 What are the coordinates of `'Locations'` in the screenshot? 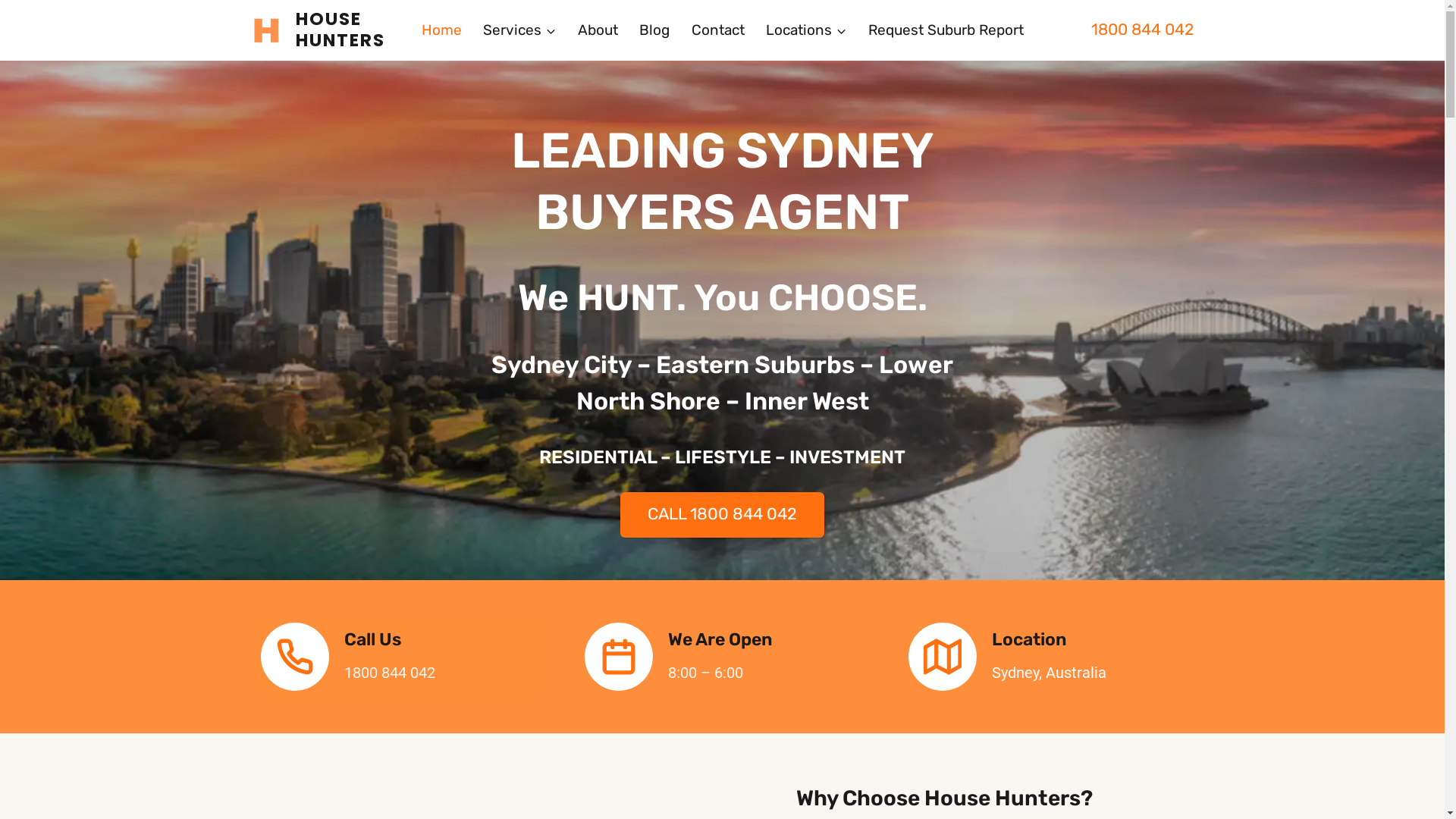 It's located at (805, 30).